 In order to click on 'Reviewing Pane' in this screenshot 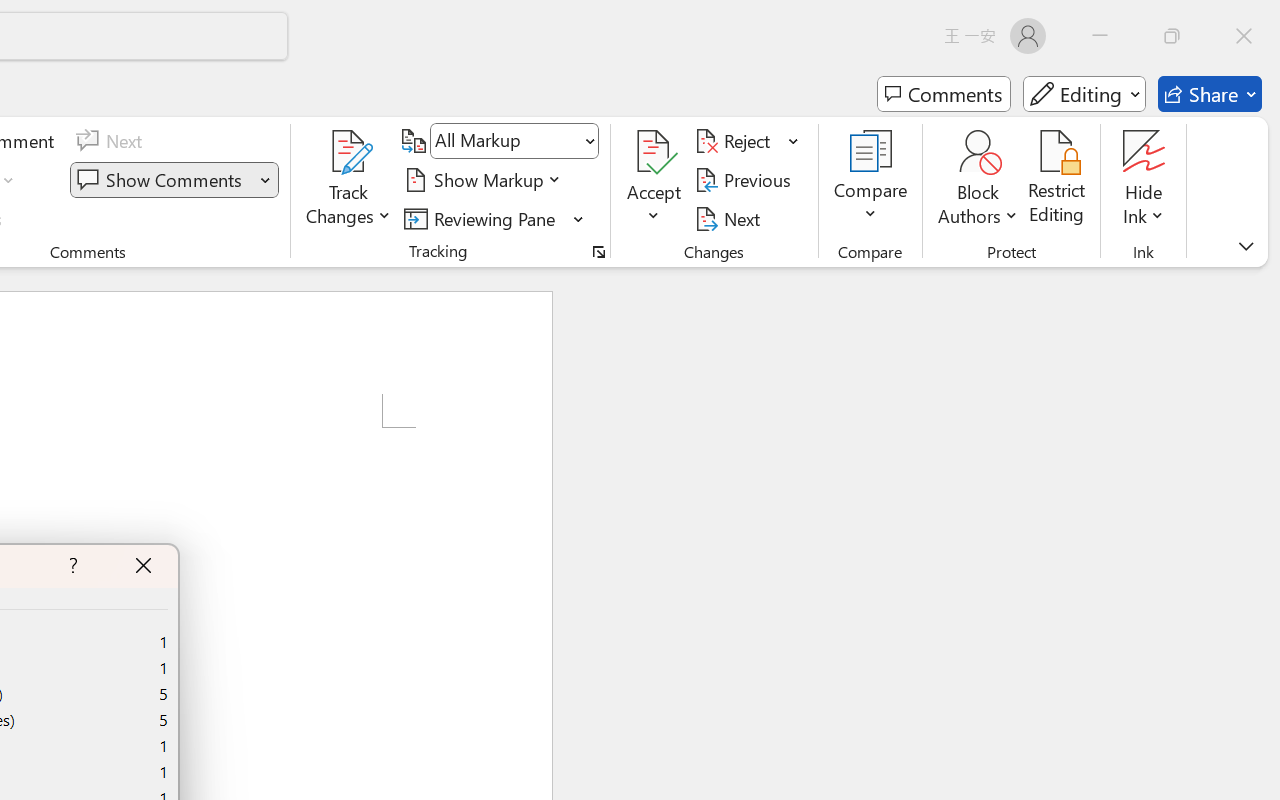, I will do `click(494, 218)`.